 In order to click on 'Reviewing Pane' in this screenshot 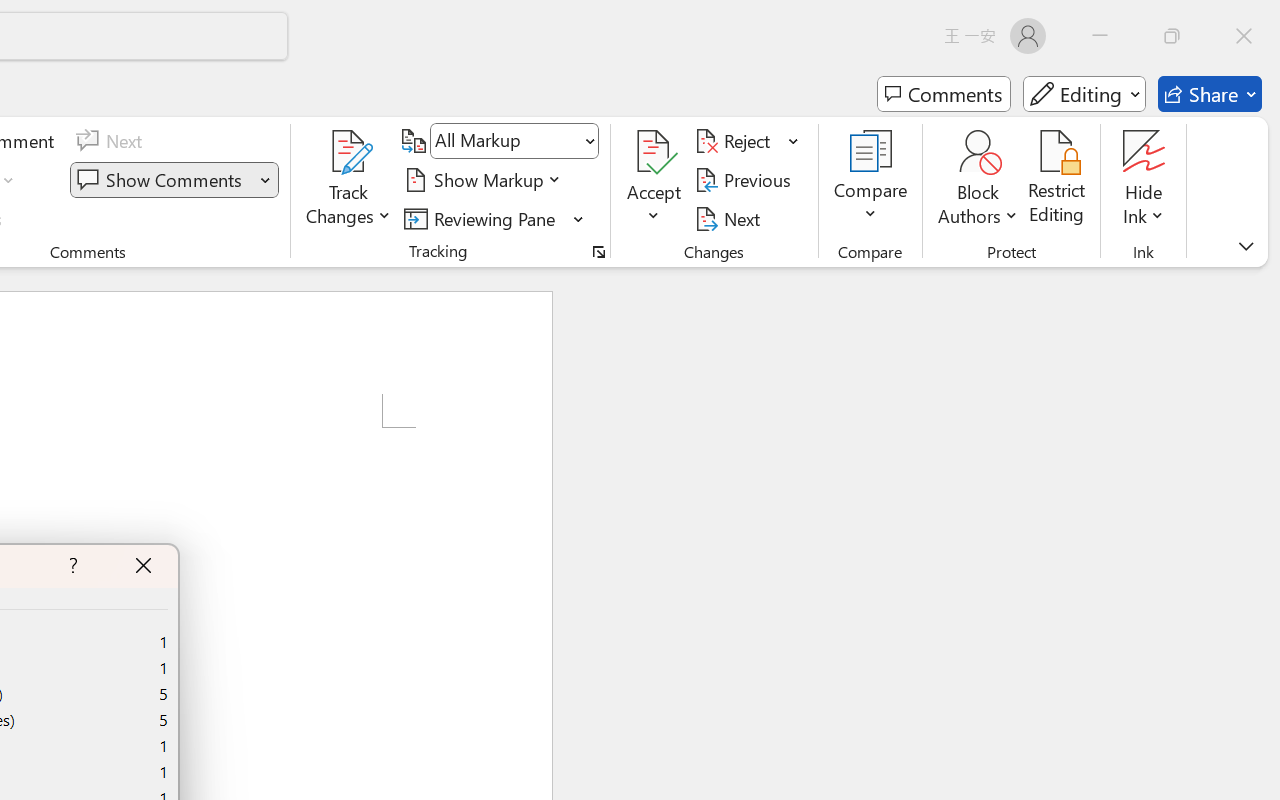, I will do `click(494, 218)`.